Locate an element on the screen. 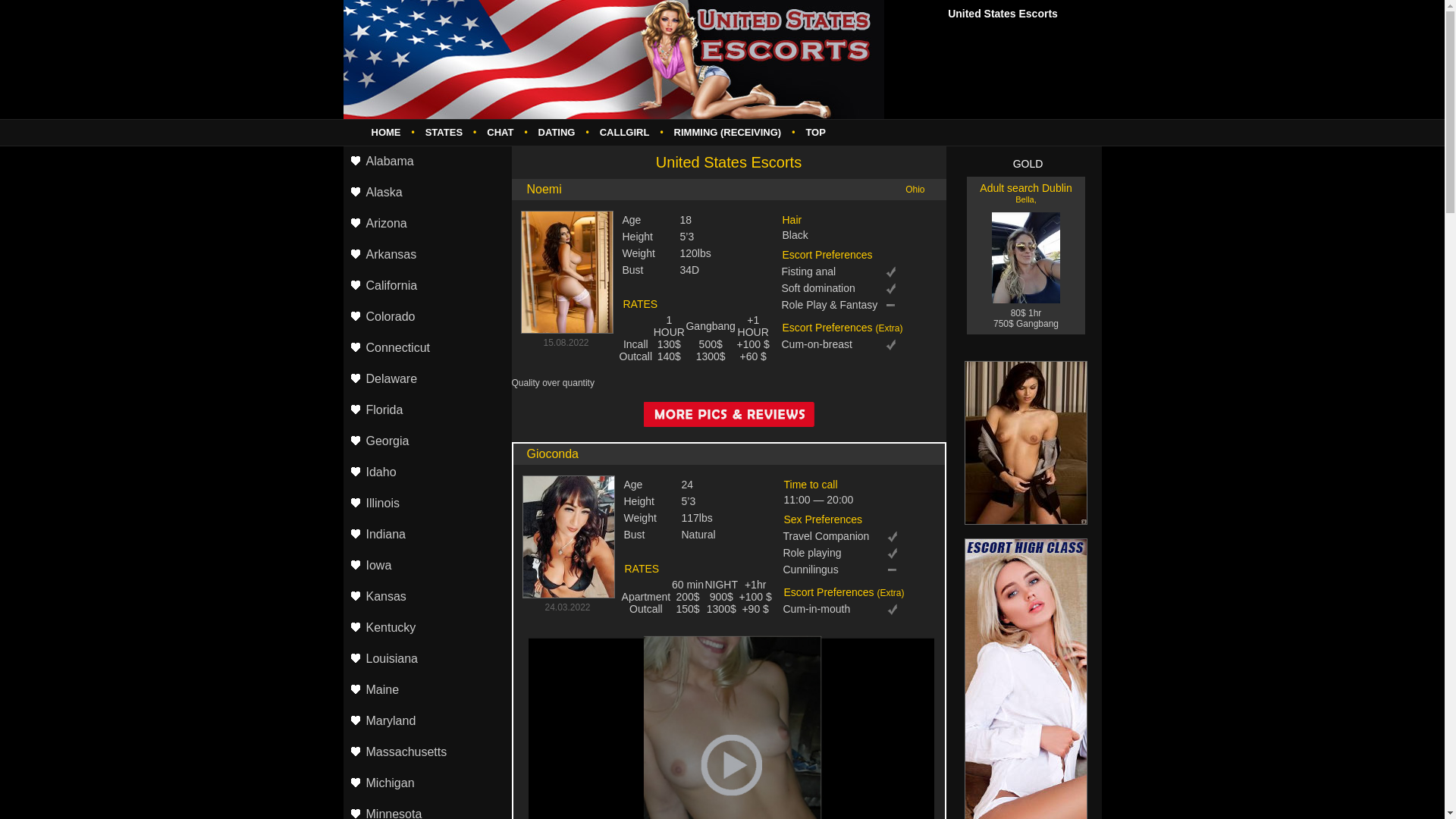 This screenshot has width=1456, height=819. 'STATES' is located at coordinates (443, 131).